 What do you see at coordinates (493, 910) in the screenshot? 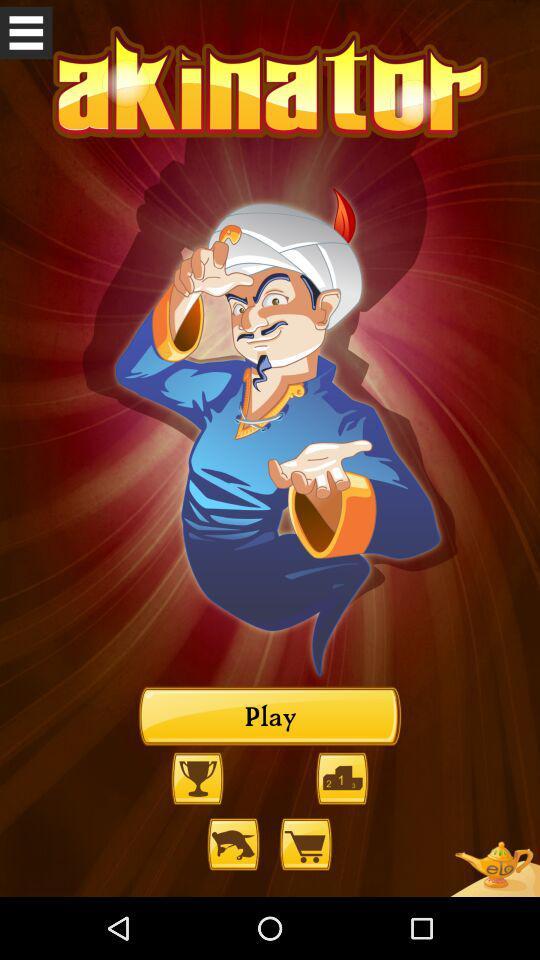
I see `the star icon` at bounding box center [493, 910].